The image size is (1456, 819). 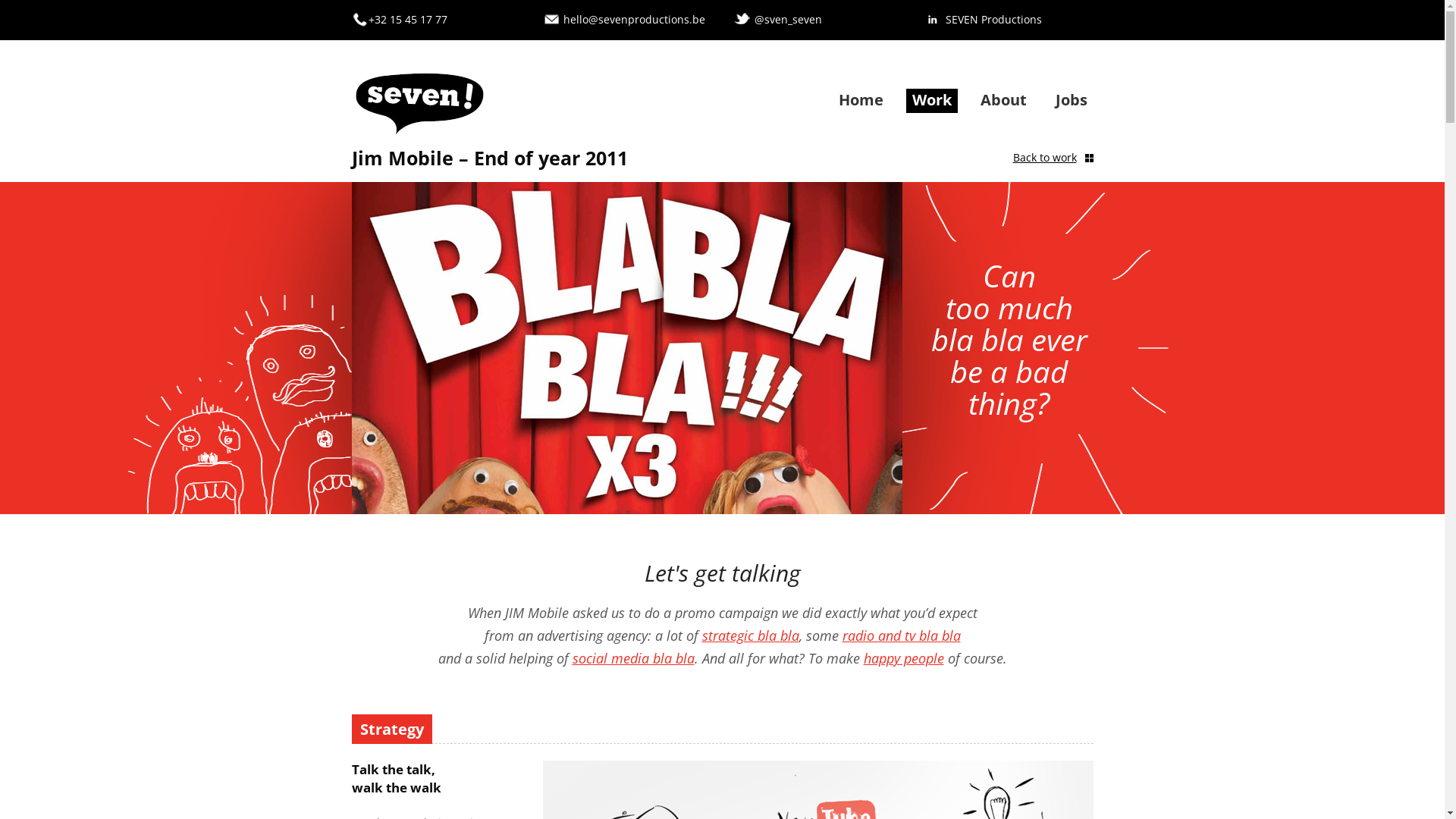 What do you see at coordinates (1012, 158) in the screenshot?
I see `'Back to work'` at bounding box center [1012, 158].